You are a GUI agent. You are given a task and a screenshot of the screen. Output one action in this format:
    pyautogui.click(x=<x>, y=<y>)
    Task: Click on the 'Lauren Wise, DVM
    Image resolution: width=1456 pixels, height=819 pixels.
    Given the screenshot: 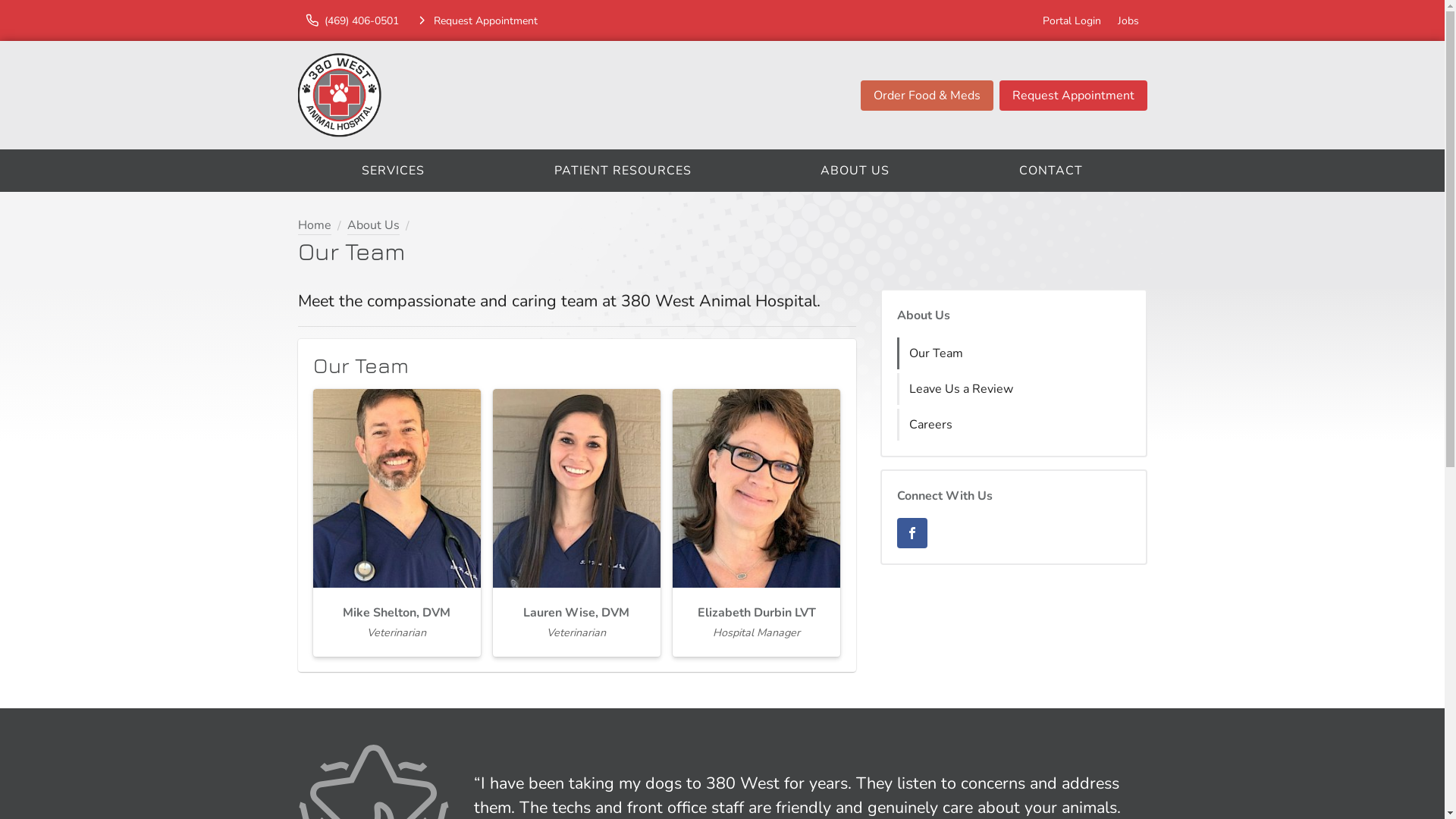 What is the action you would take?
    pyautogui.click(x=492, y=522)
    